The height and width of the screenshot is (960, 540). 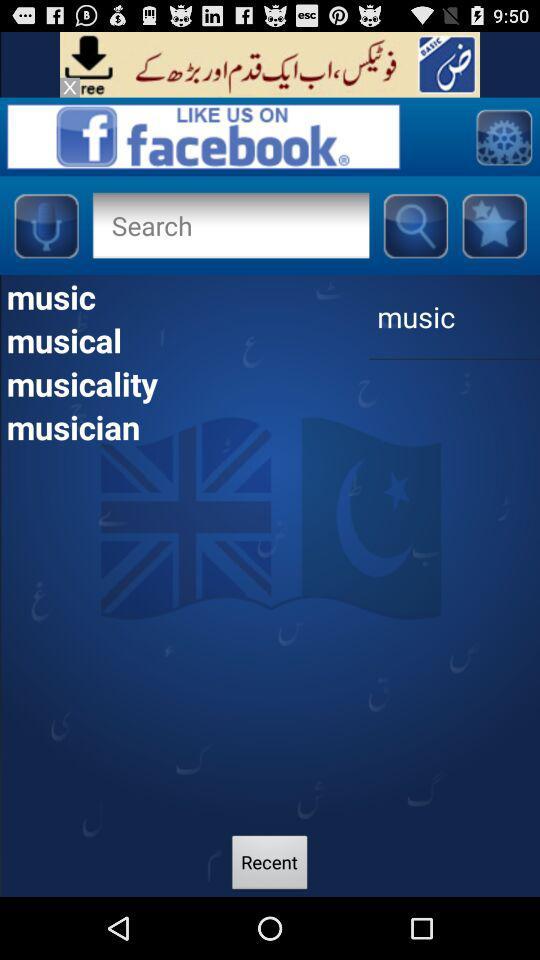 What do you see at coordinates (270, 64) in the screenshot?
I see `advertising link` at bounding box center [270, 64].